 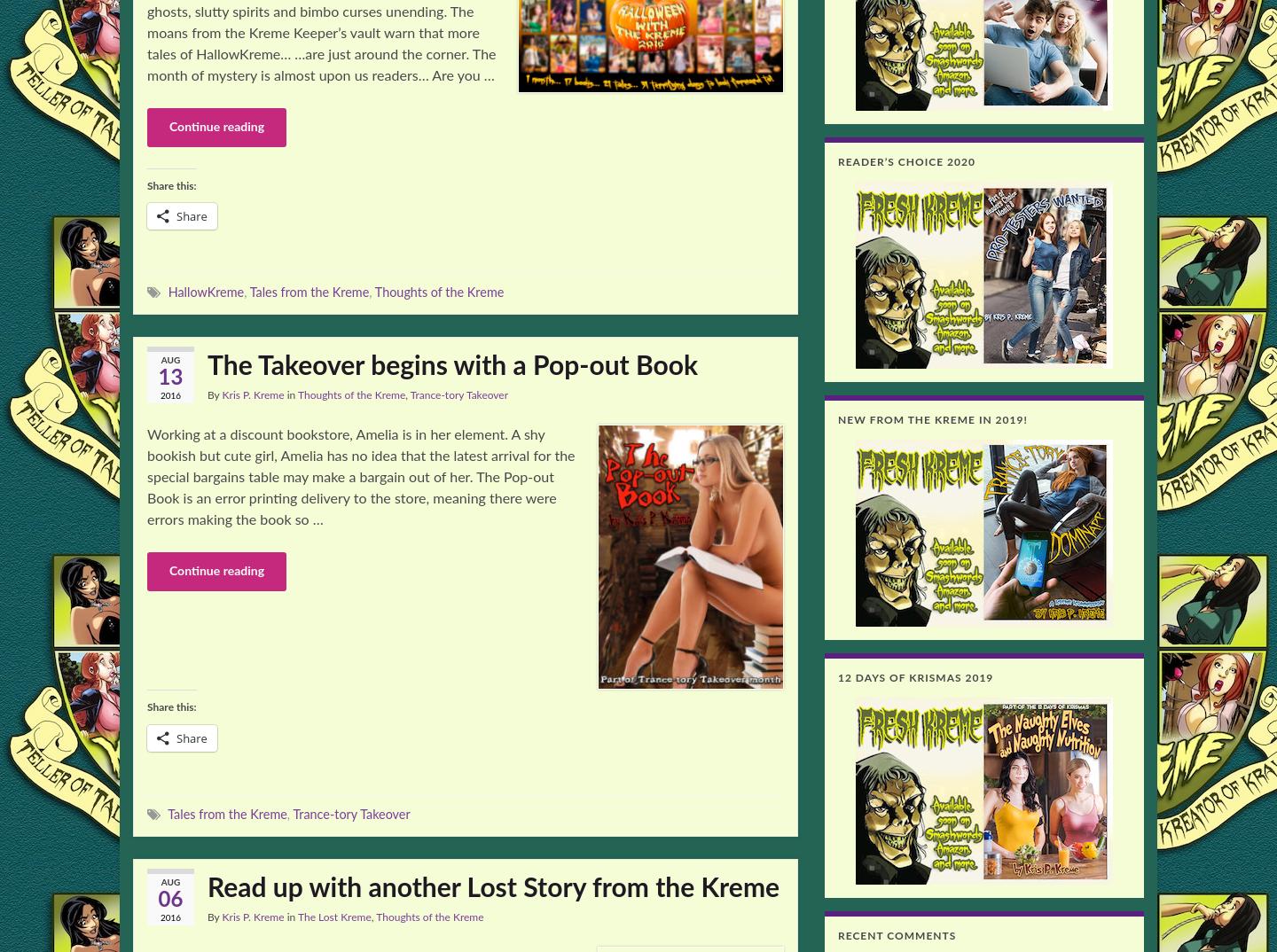 I want to click on '12 Days of Krismas 2019', so click(x=915, y=677).